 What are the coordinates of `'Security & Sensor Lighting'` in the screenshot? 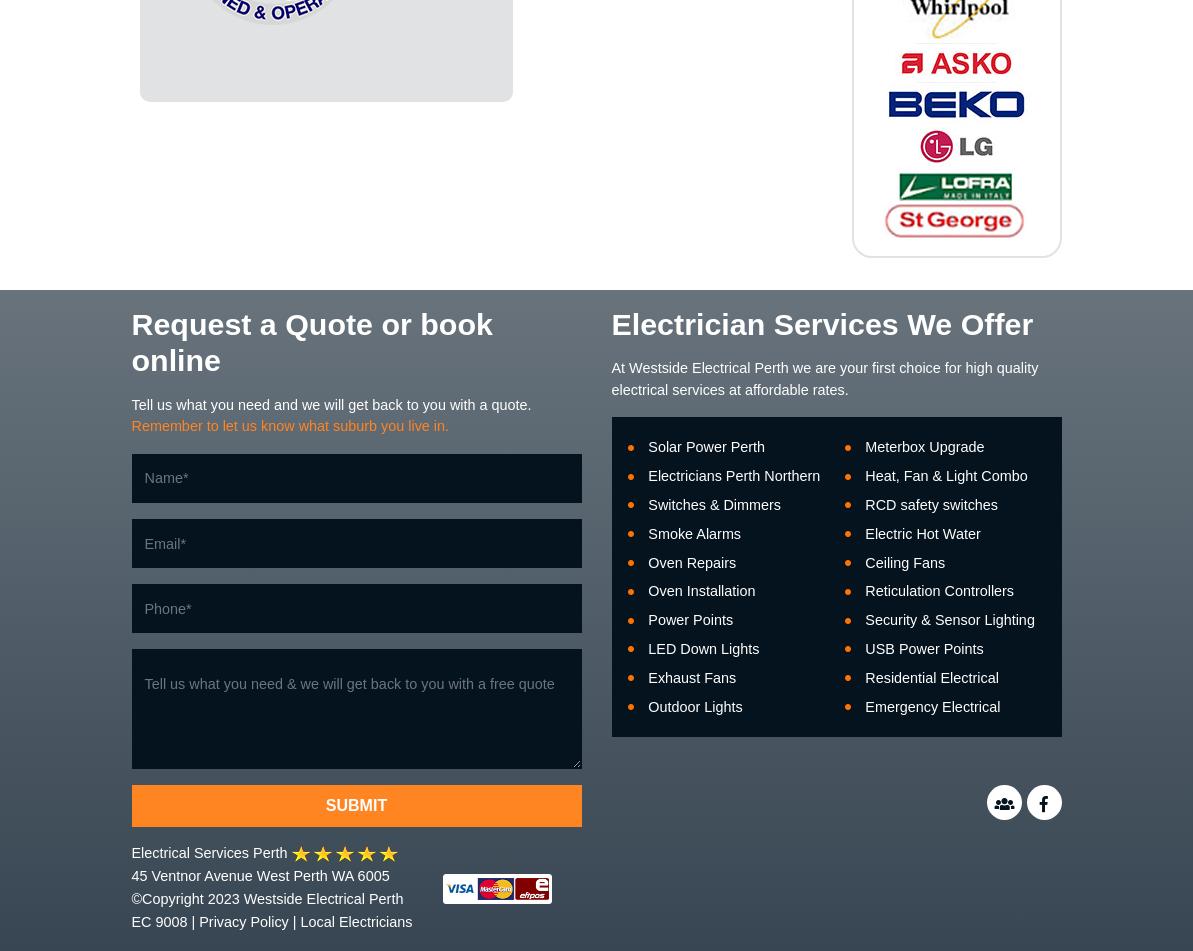 It's located at (864, 618).